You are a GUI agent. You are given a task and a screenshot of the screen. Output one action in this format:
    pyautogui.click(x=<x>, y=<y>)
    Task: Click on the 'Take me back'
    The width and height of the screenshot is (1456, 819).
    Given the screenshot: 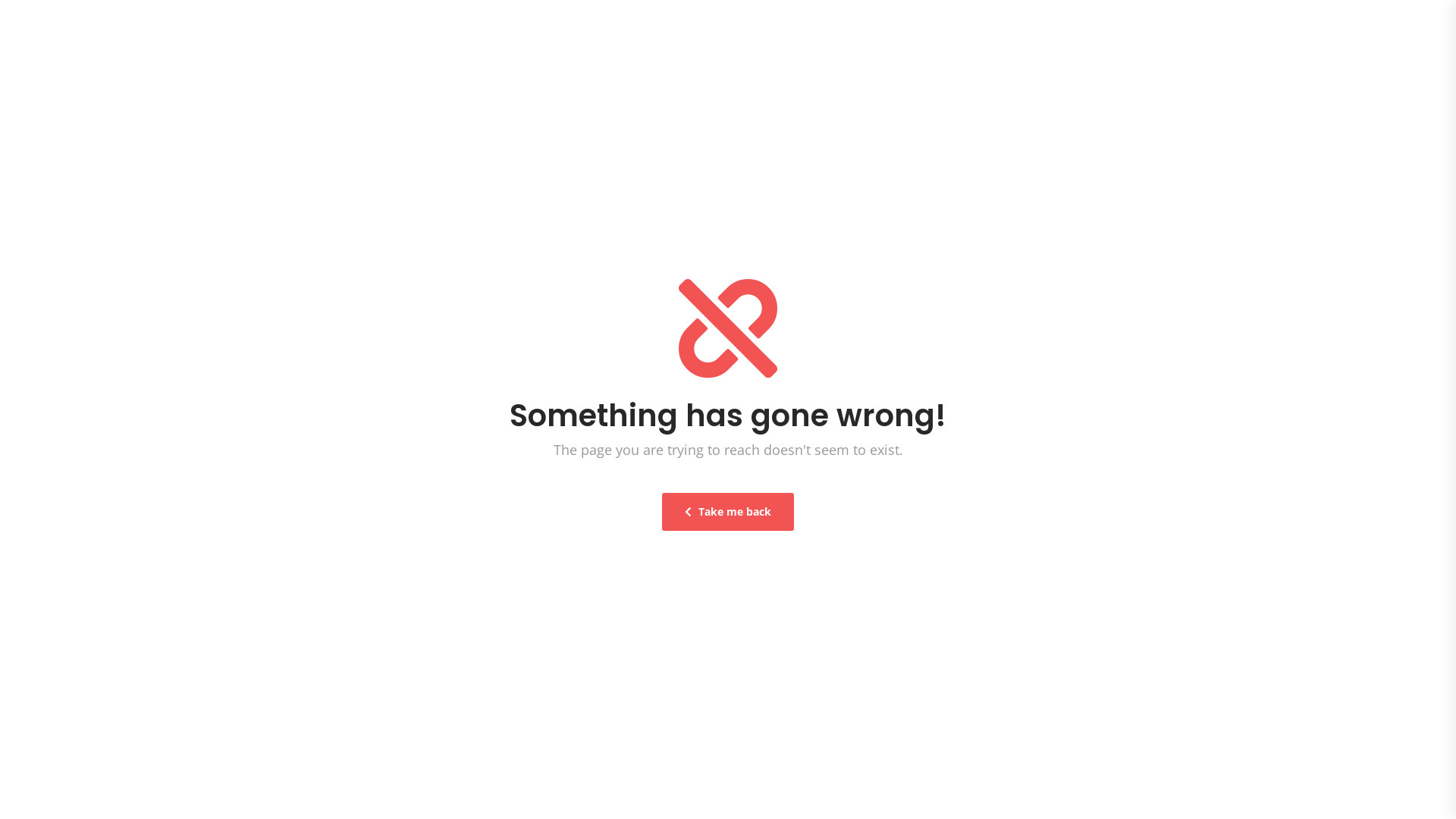 What is the action you would take?
    pyautogui.click(x=662, y=512)
    